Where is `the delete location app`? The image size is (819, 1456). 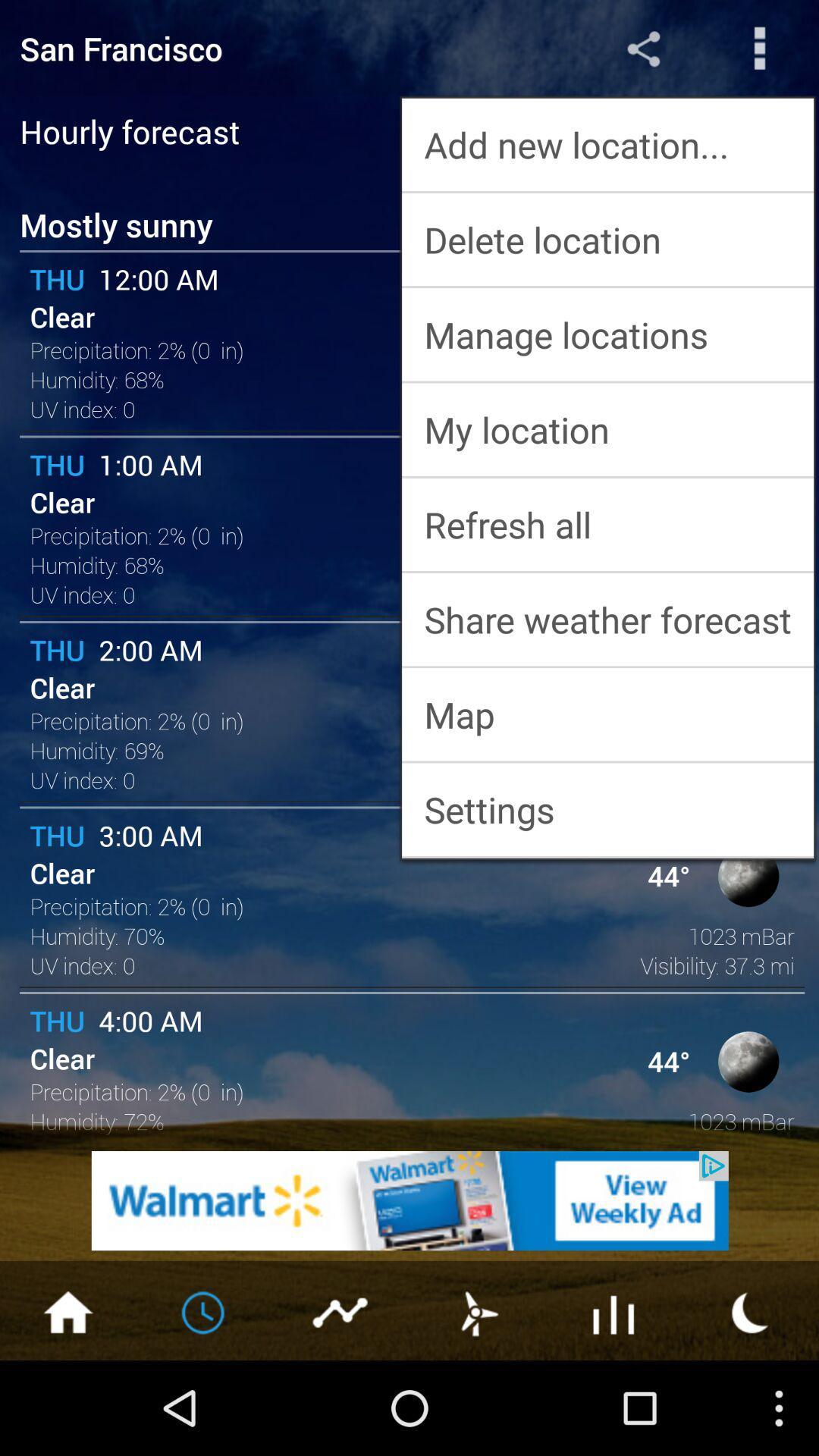
the delete location app is located at coordinates (607, 239).